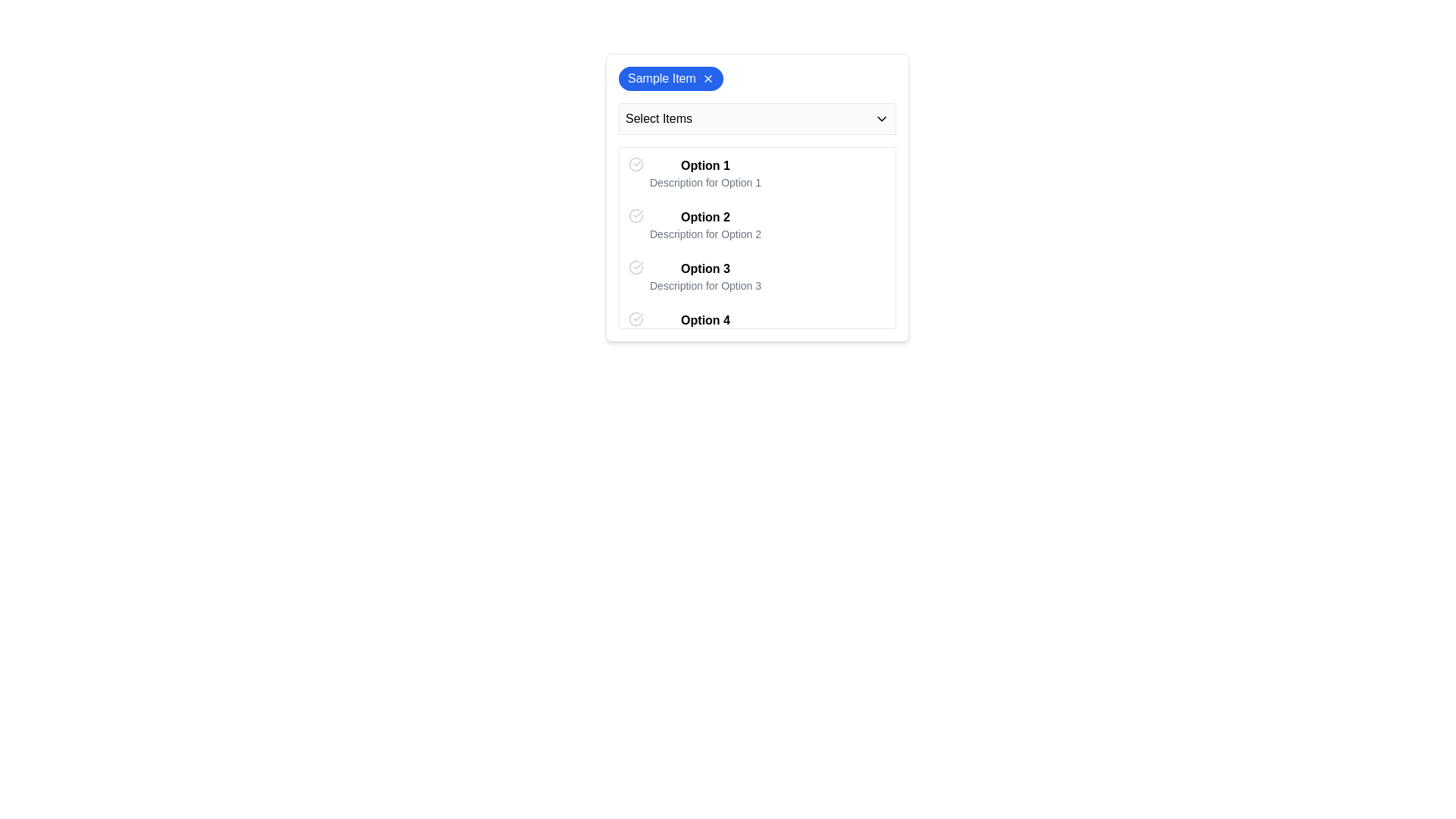  Describe the element at coordinates (881, 118) in the screenshot. I see `the Chevron Down icon located at the far right of the 'Select Items' dropdown menu` at that location.